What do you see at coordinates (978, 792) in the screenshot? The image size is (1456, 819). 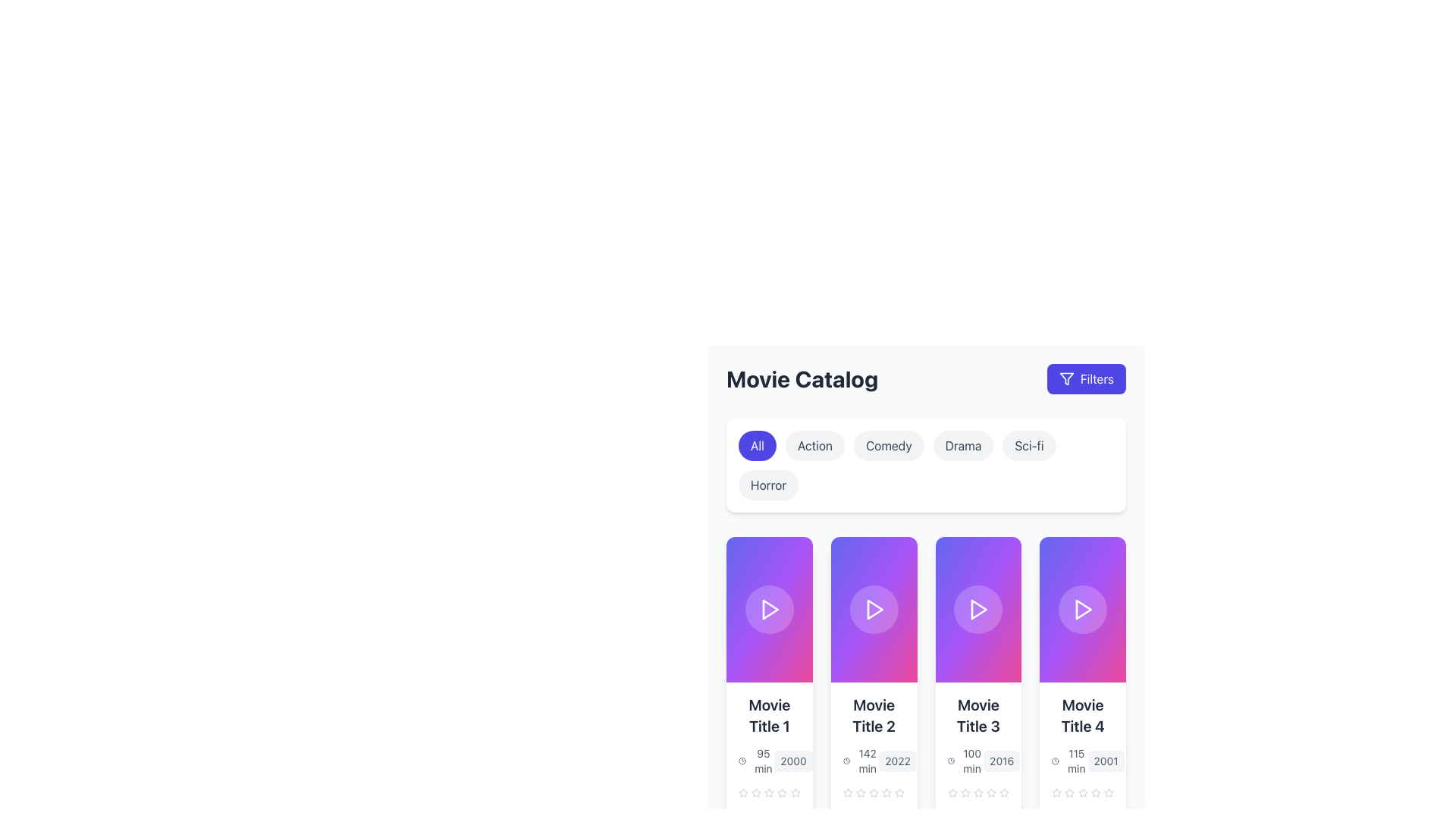 I see `the star rating component below 'Movie Title 3' to set a rating` at bounding box center [978, 792].